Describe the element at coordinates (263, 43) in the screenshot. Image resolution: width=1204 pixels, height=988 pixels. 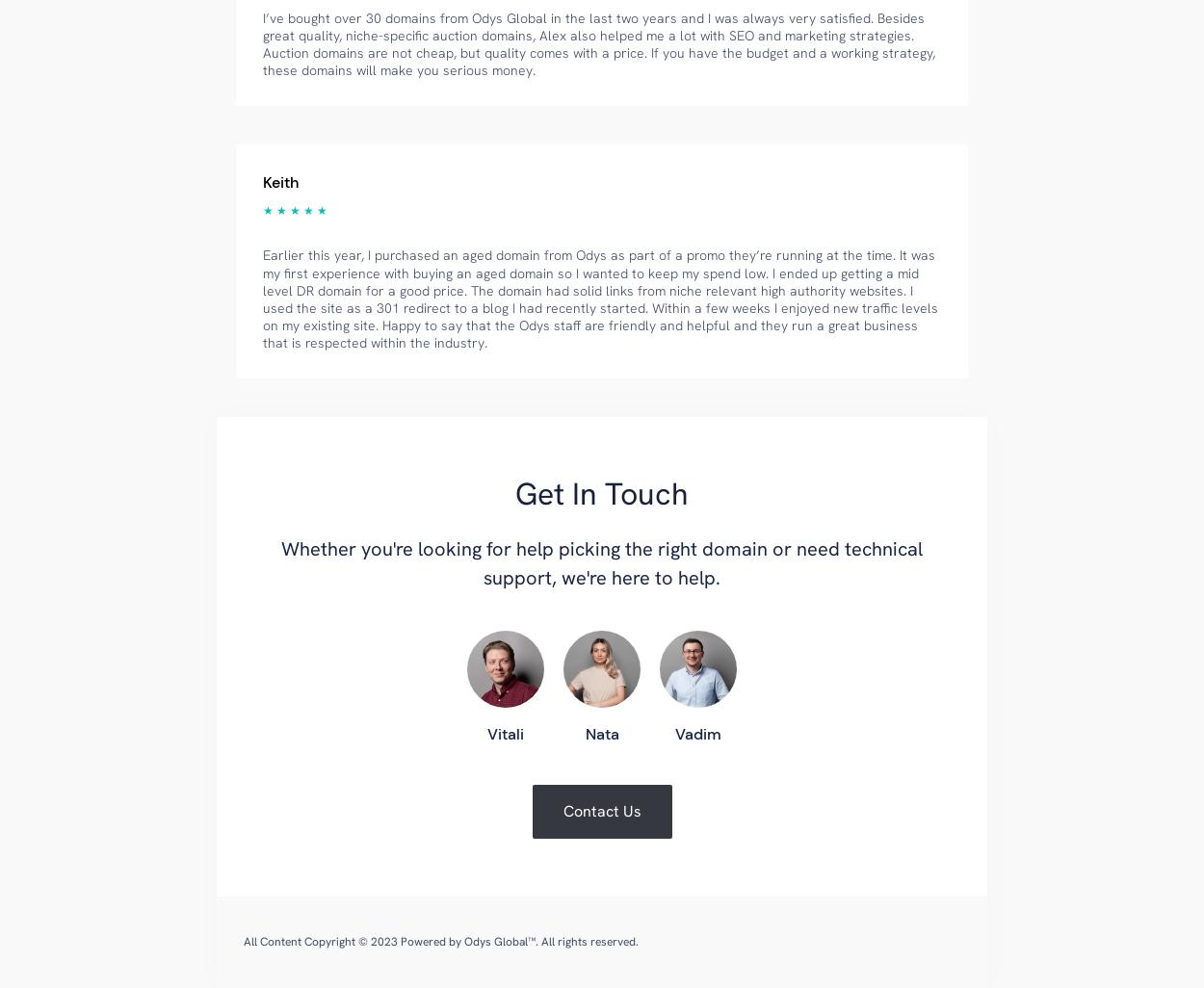
I see `'I’ve bought over 30 domains from Odys Global in the last two years and I was always very satisfied. Besides great quality, niche-specific auction domains, Alex also helped me a lot with SEO and marketing strategies. Auction domains are not cheap, but quality comes with a price. If you have the budget and a working strategy, these domains will make you serious money.'` at that location.